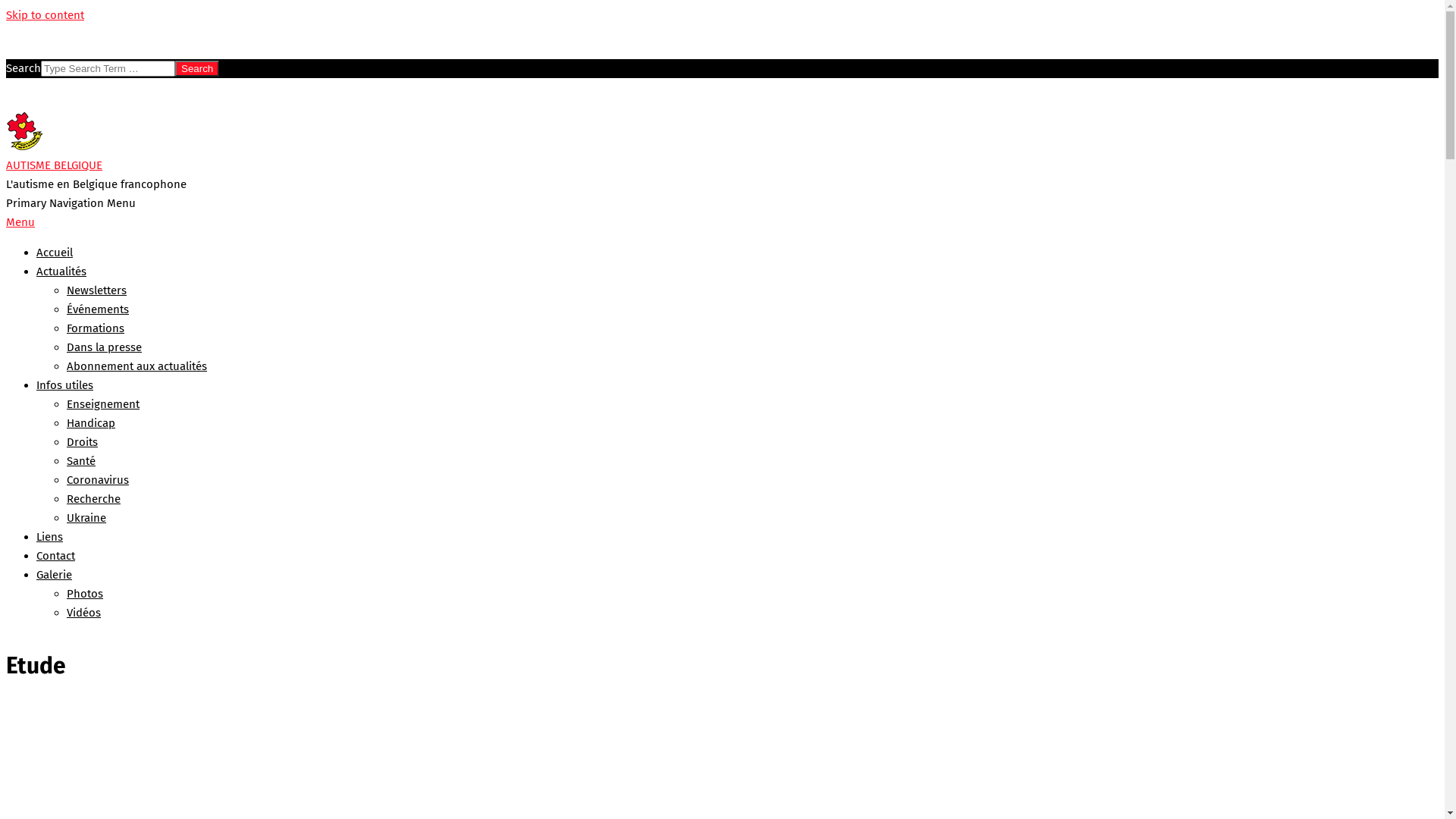 This screenshot has height=819, width=1456. What do you see at coordinates (94, 327) in the screenshot?
I see `'Formations'` at bounding box center [94, 327].